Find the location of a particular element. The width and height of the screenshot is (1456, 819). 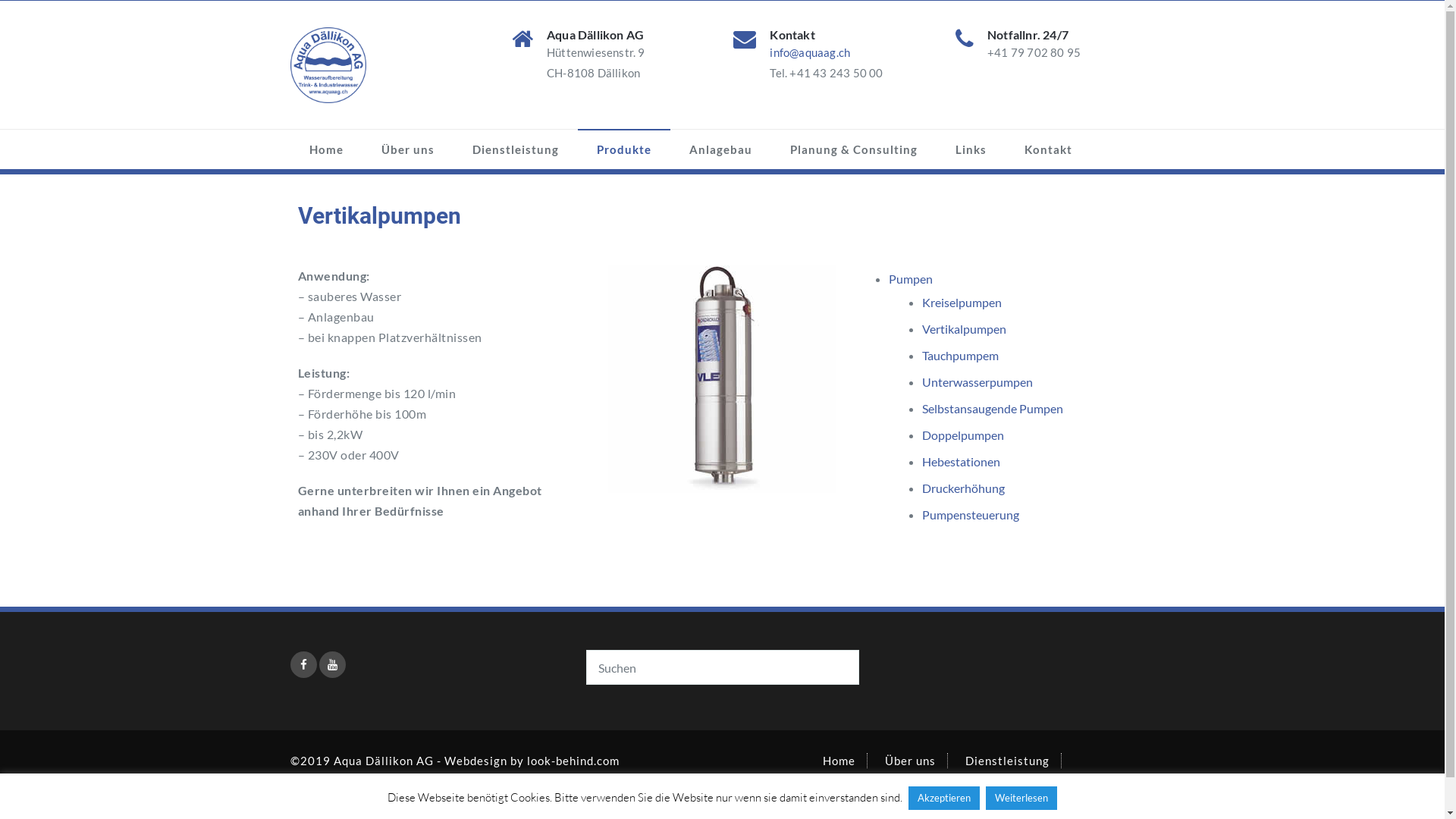

'Vertikalpumpen' is located at coordinates (963, 328).